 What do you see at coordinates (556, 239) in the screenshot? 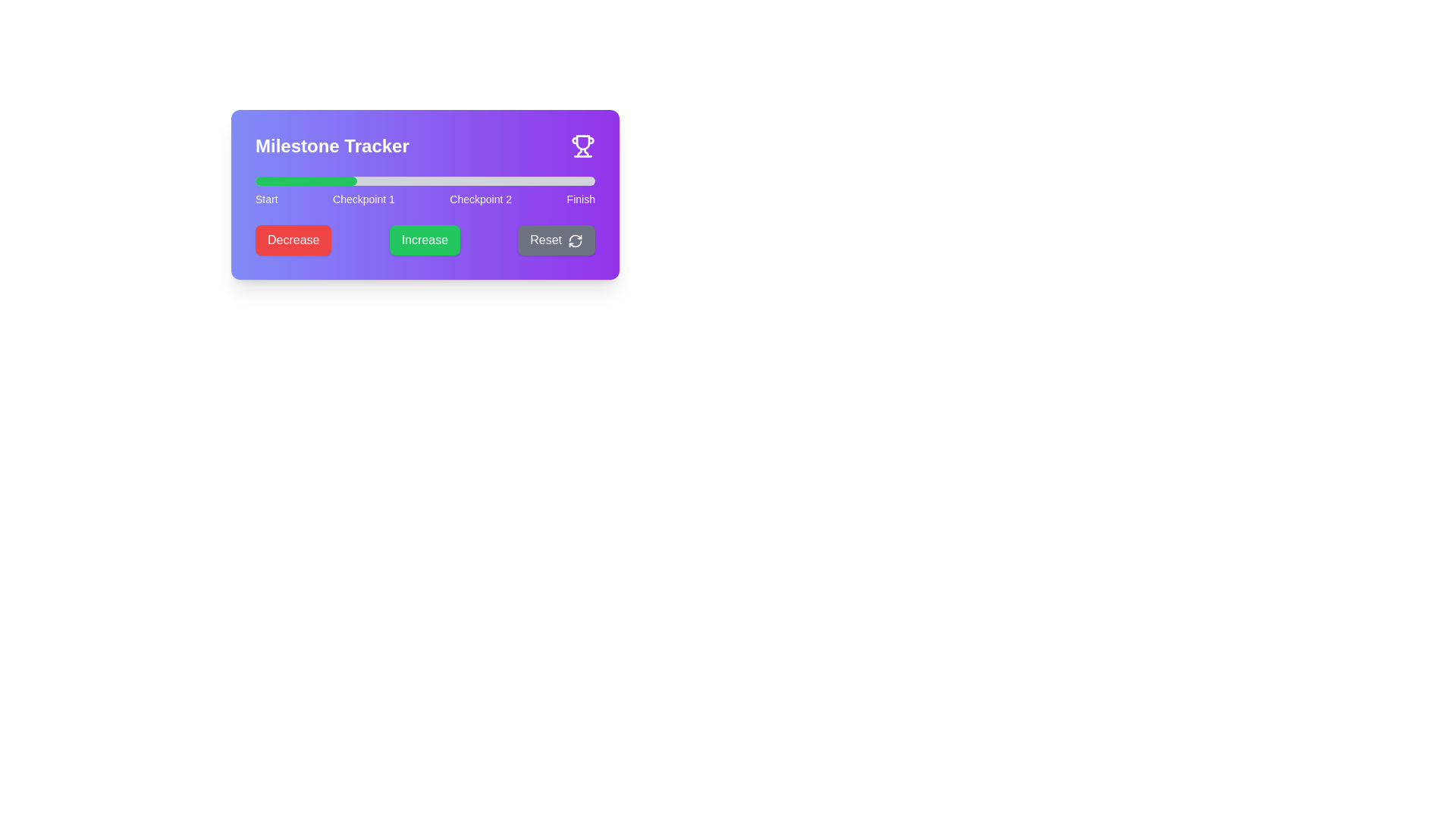
I see `the rightmost button in the horizontal row of three buttons, located below the progress bar labeled with 'Start', 'Checkpoint 1', 'Checkpoint 2', and 'Finish', to reset the state or value` at bounding box center [556, 239].